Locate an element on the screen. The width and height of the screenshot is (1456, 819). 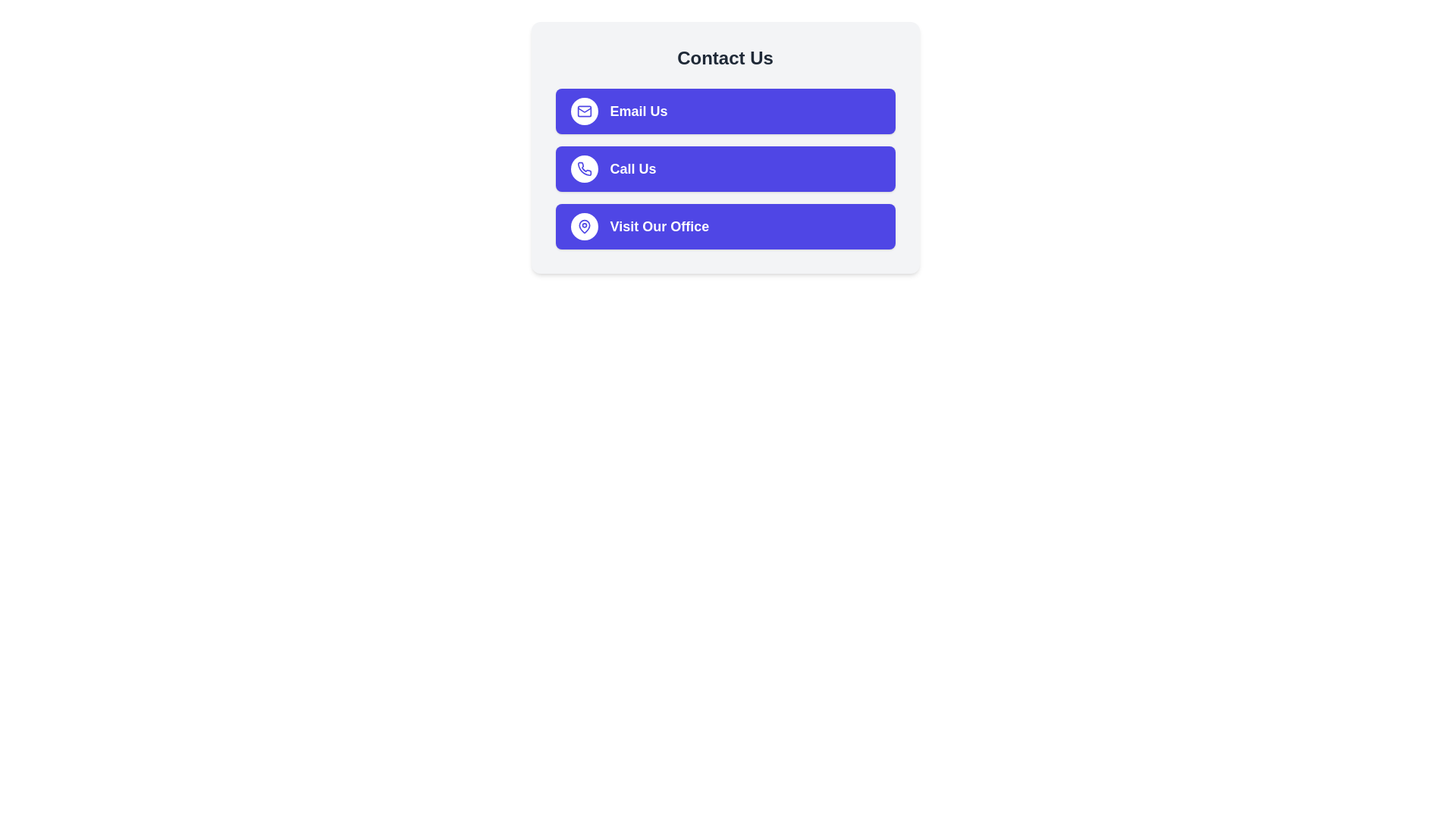
the map pin icon, which represents the 'Visit Our Office' button, located at the bottom of the 'Contact Us' section is located at coordinates (583, 227).